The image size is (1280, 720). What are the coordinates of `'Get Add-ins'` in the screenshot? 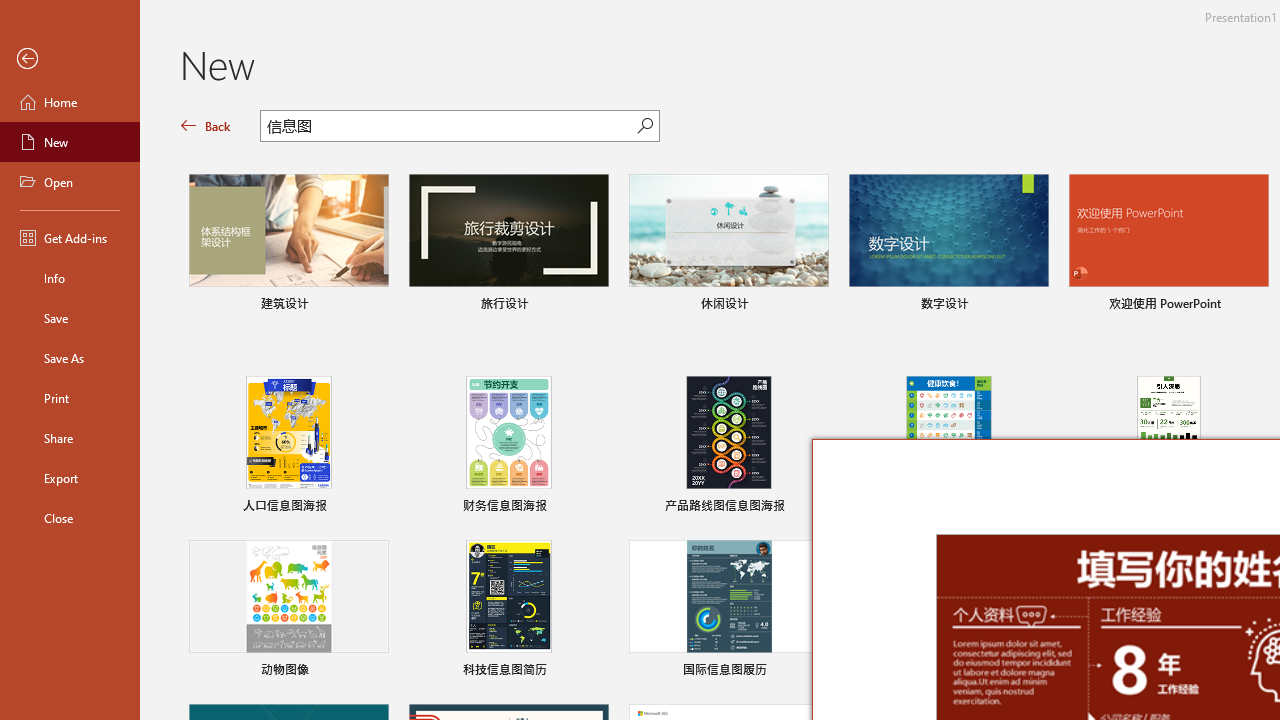 It's located at (69, 236).